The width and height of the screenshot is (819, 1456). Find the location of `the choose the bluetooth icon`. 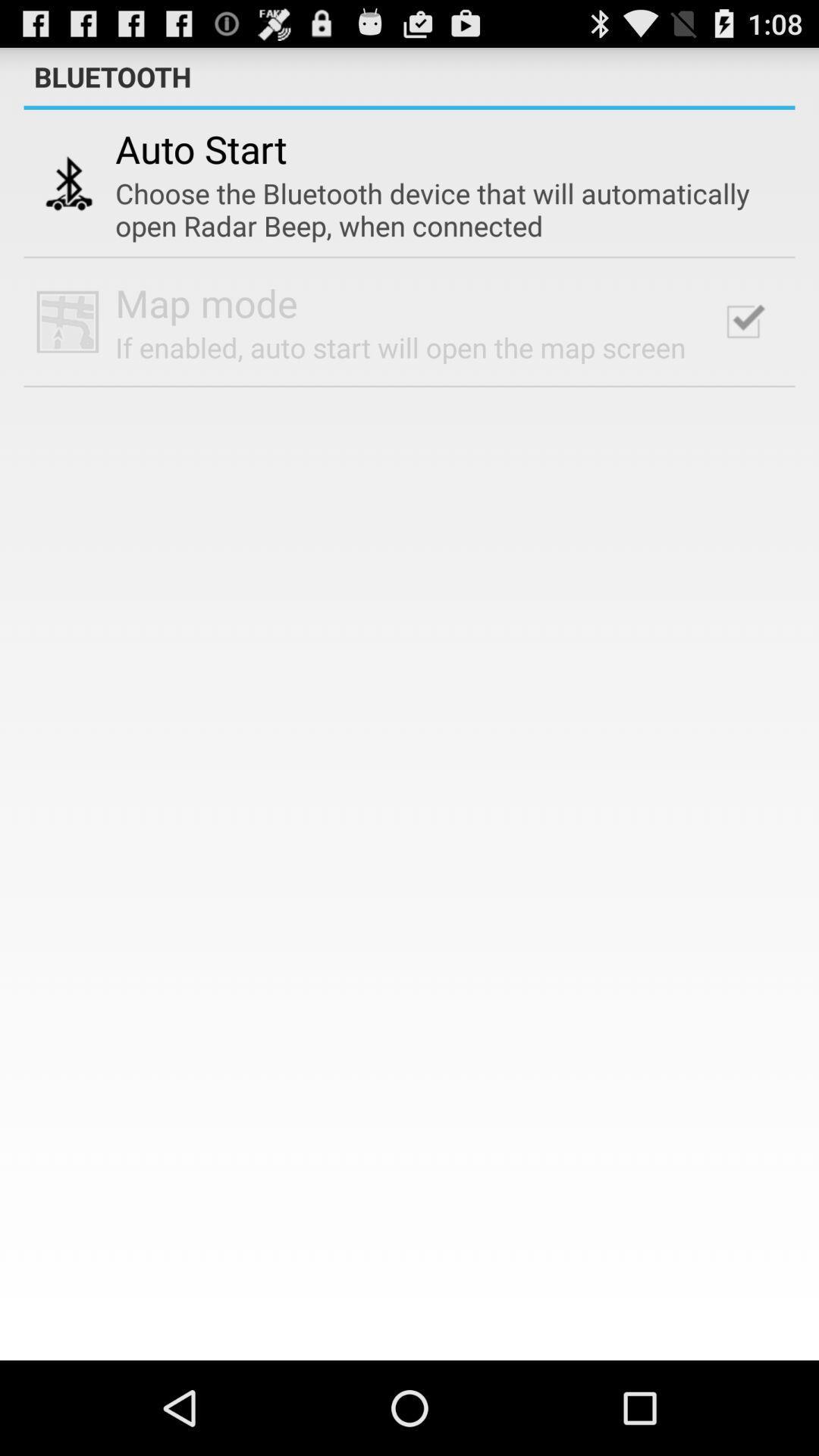

the choose the bluetooth icon is located at coordinates (439, 209).